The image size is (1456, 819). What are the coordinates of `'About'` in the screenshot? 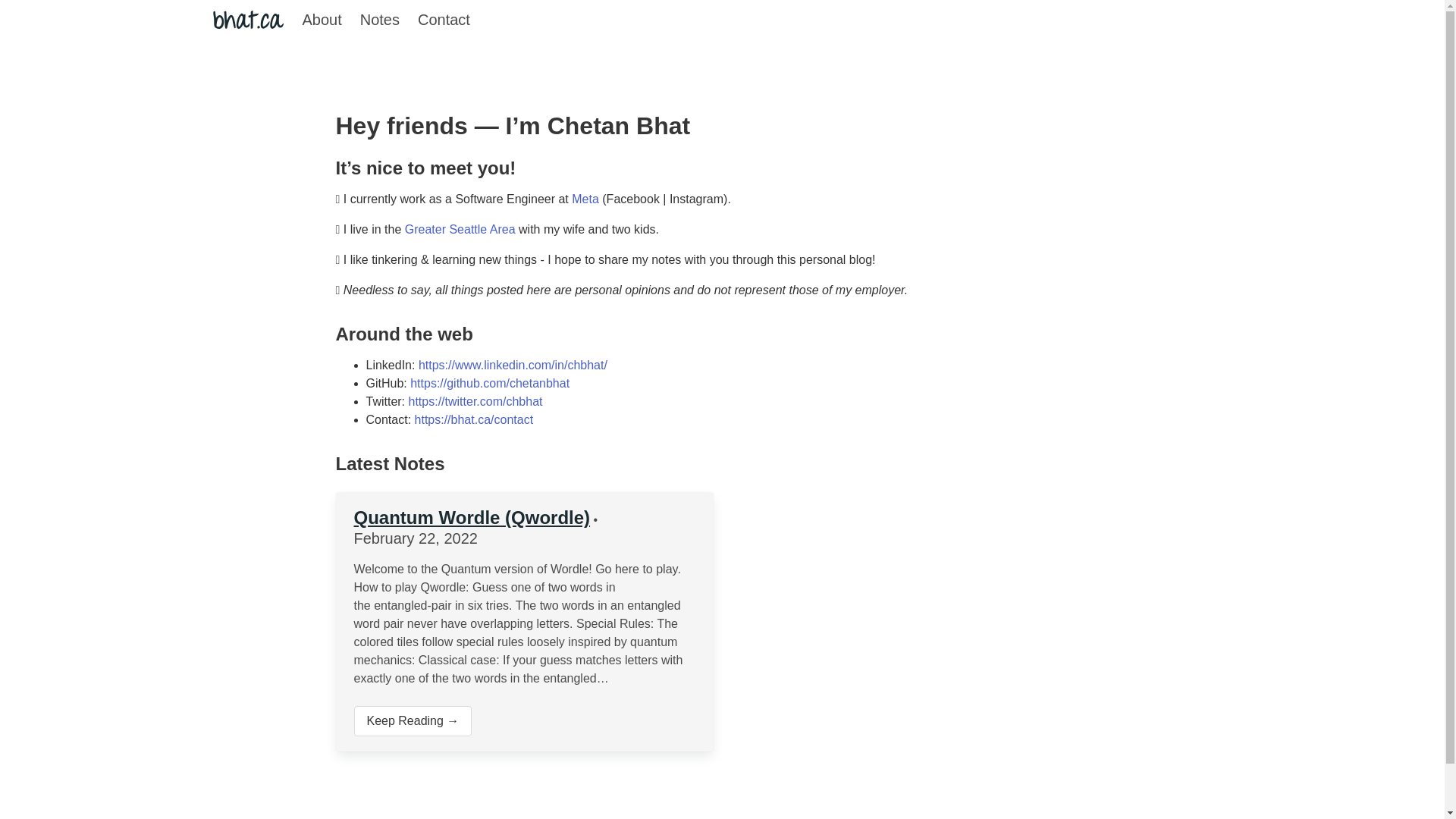 It's located at (292, 20).